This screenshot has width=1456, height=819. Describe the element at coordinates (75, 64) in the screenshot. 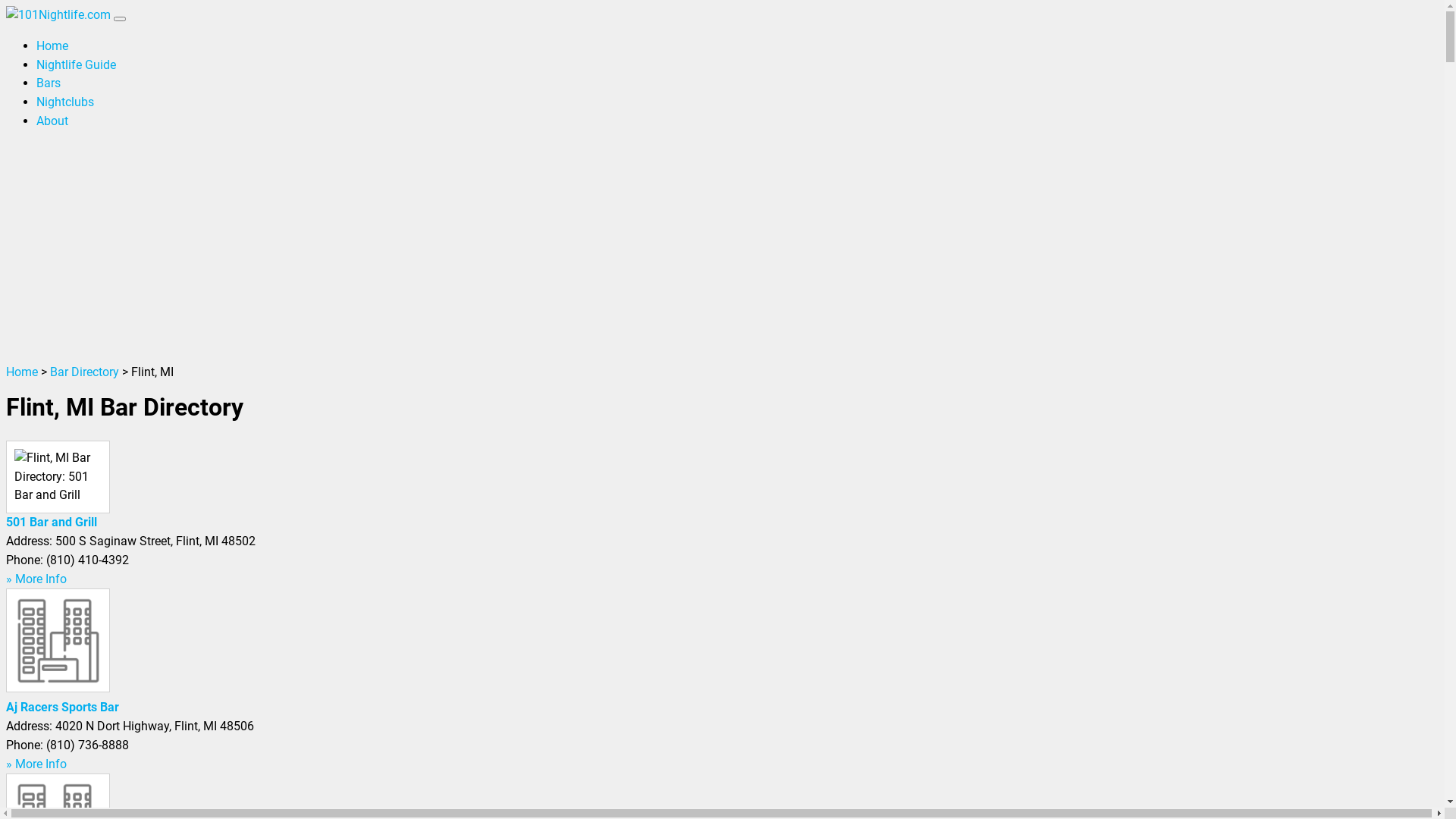

I see `'Nightlife Guide'` at that location.